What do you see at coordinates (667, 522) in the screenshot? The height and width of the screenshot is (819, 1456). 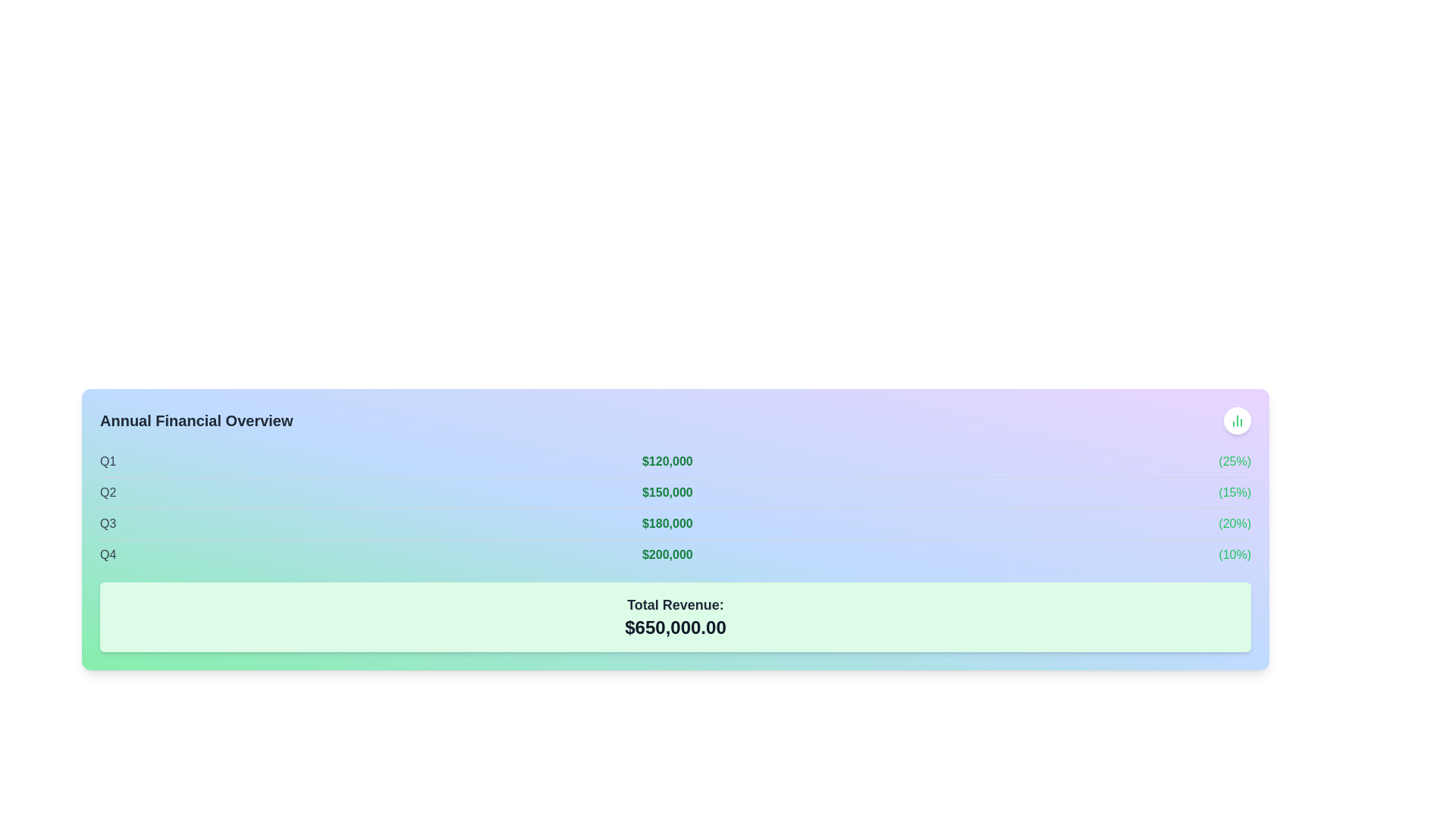 I see `financial value text label associated with the 'Q3' label, which is located in the third row of a table-like structure, centrally positioned between a textual label on the left and a percentage on the right` at bounding box center [667, 522].